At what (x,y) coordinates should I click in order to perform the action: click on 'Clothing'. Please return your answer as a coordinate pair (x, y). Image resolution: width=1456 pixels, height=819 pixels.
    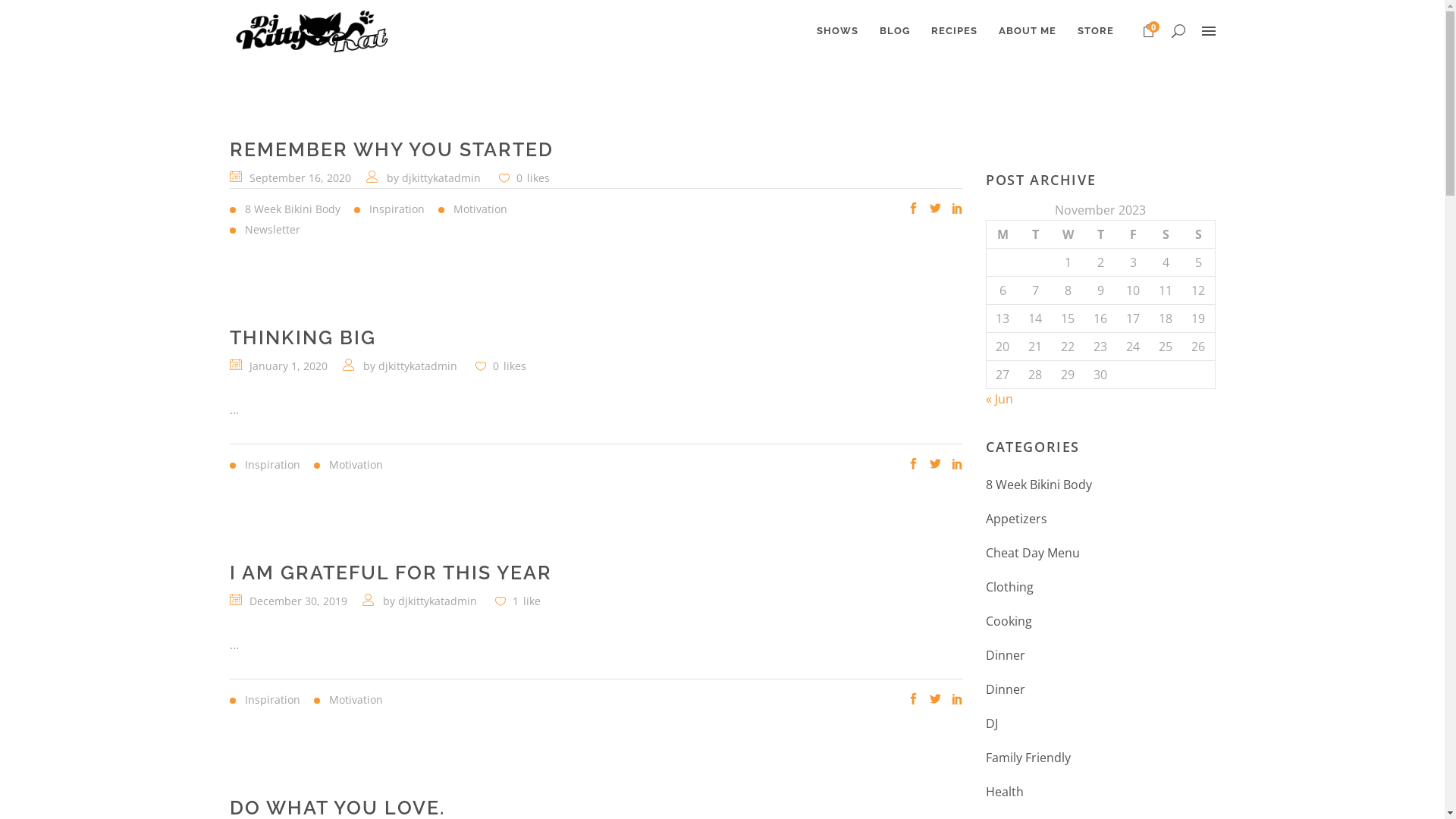
    Looking at the image, I should click on (1009, 586).